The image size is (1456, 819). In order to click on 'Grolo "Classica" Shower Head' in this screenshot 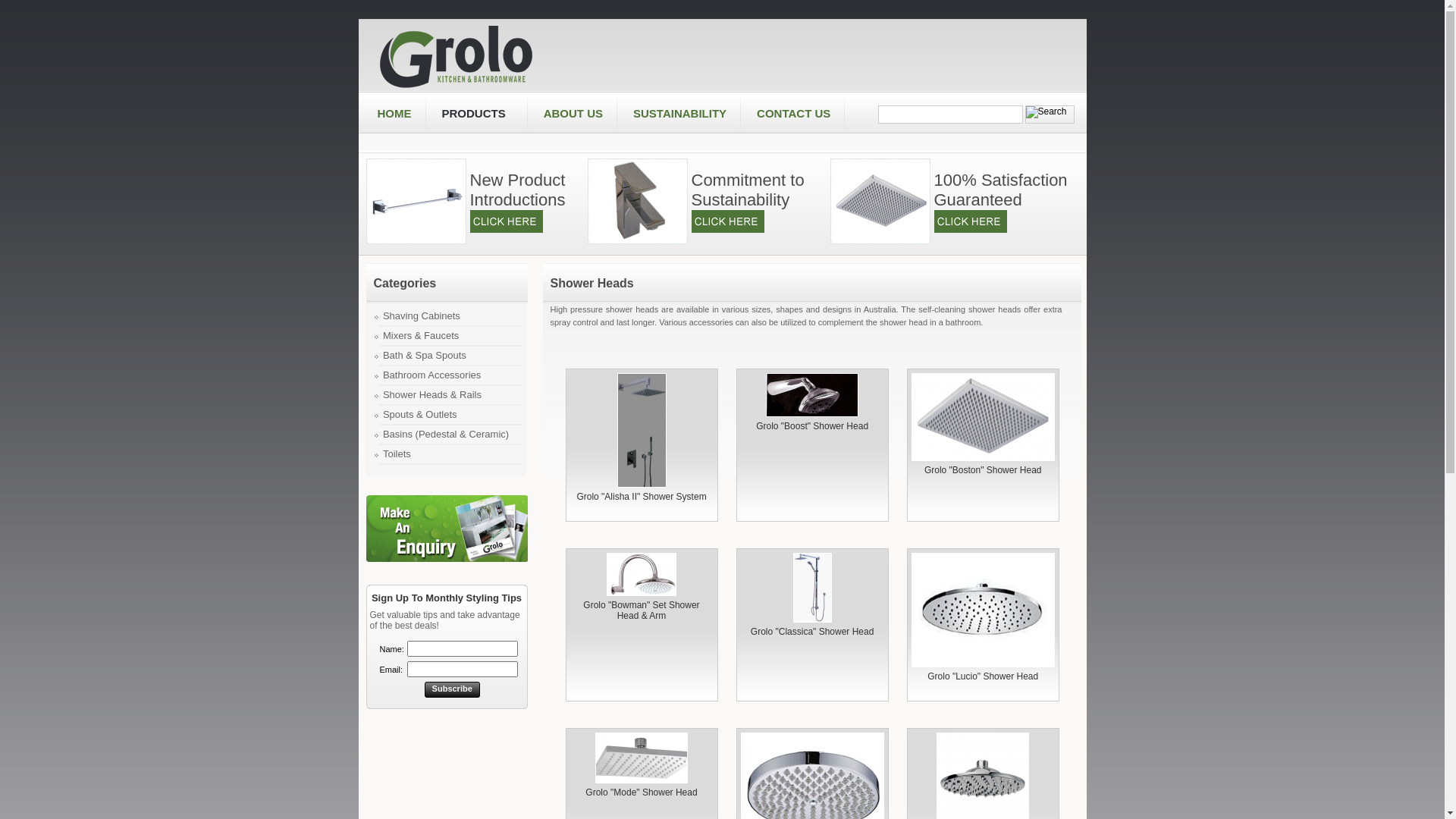, I will do `click(811, 587)`.